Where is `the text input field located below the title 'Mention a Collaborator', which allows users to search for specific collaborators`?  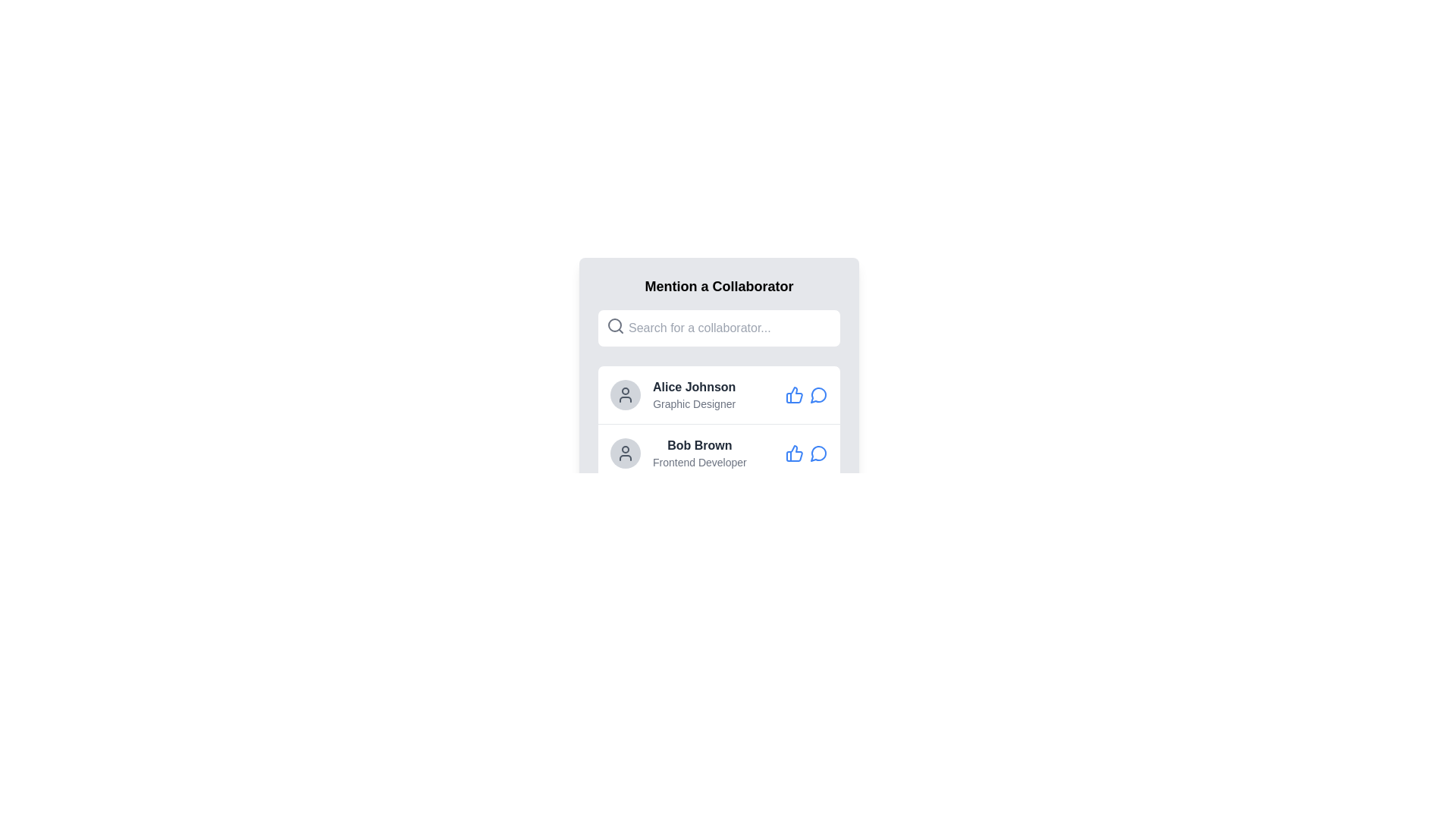 the text input field located below the title 'Mention a Collaborator', which allows users to search for specific collaborators is located at coordinates (718, 327).